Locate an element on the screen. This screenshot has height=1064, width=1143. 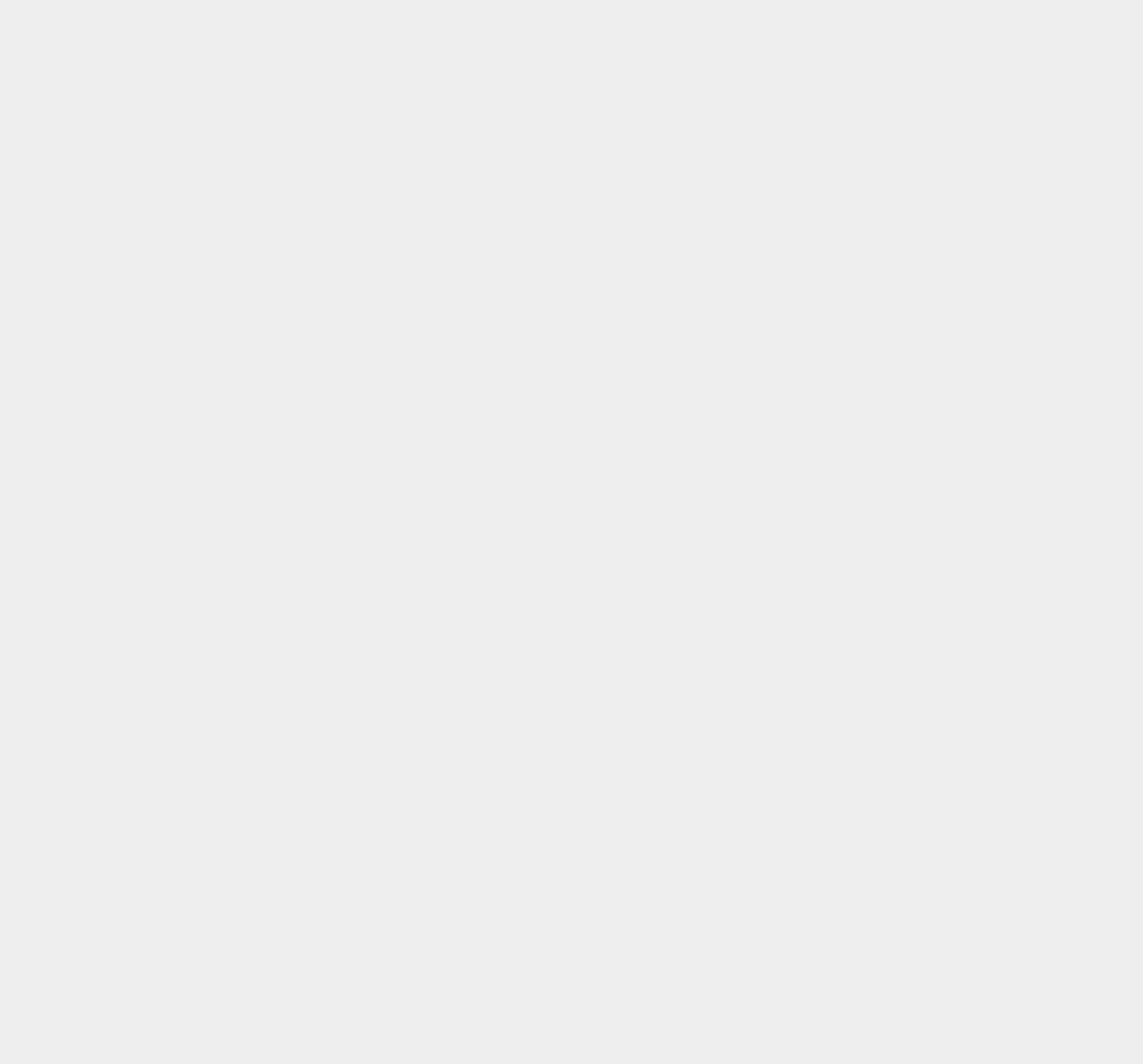
'Google Music' is located at coordinates (849, 61).